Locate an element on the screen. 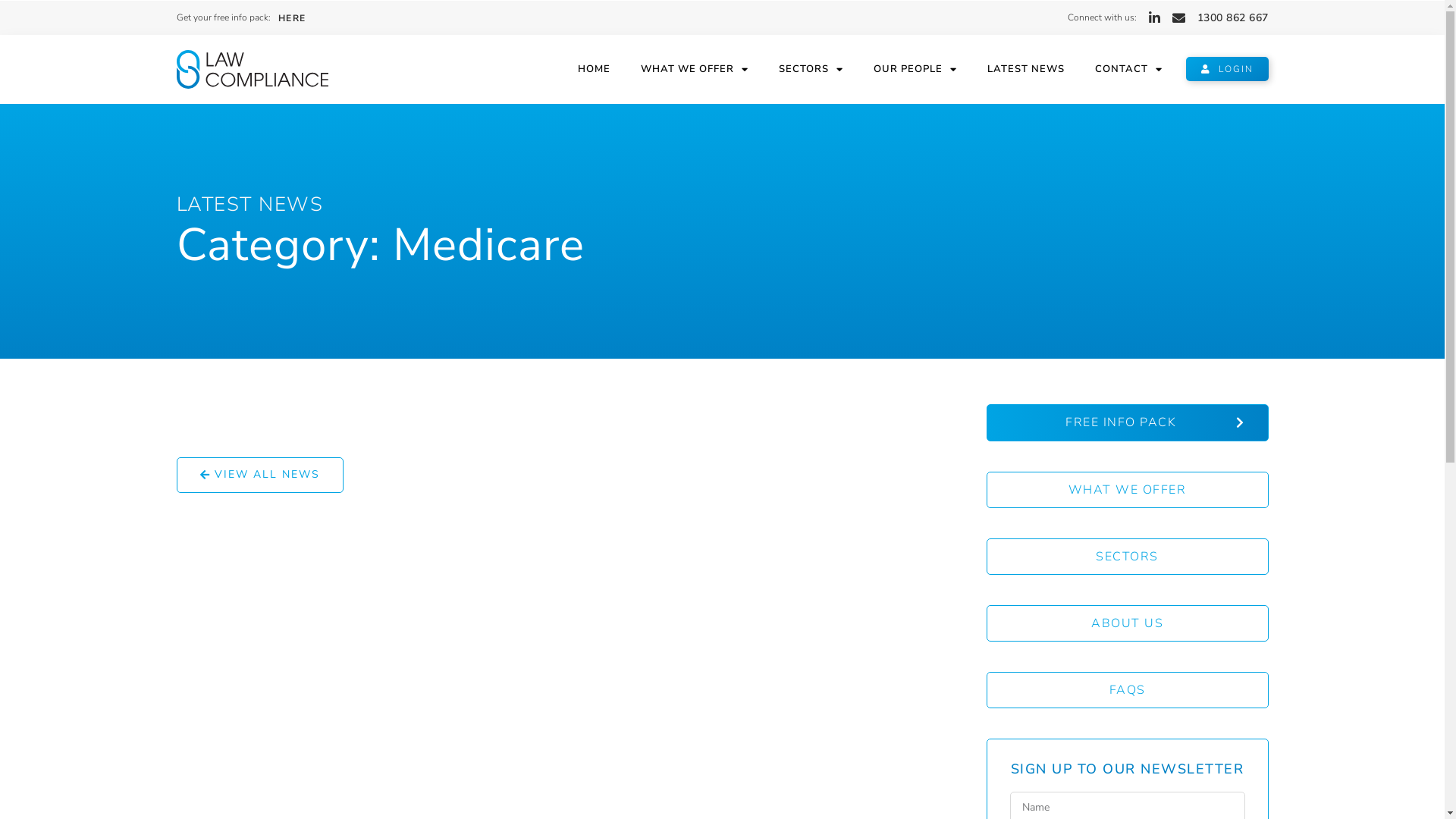 This screenshot has height=819, width=1456. 'HOME' is located at coordinates (593, 69).